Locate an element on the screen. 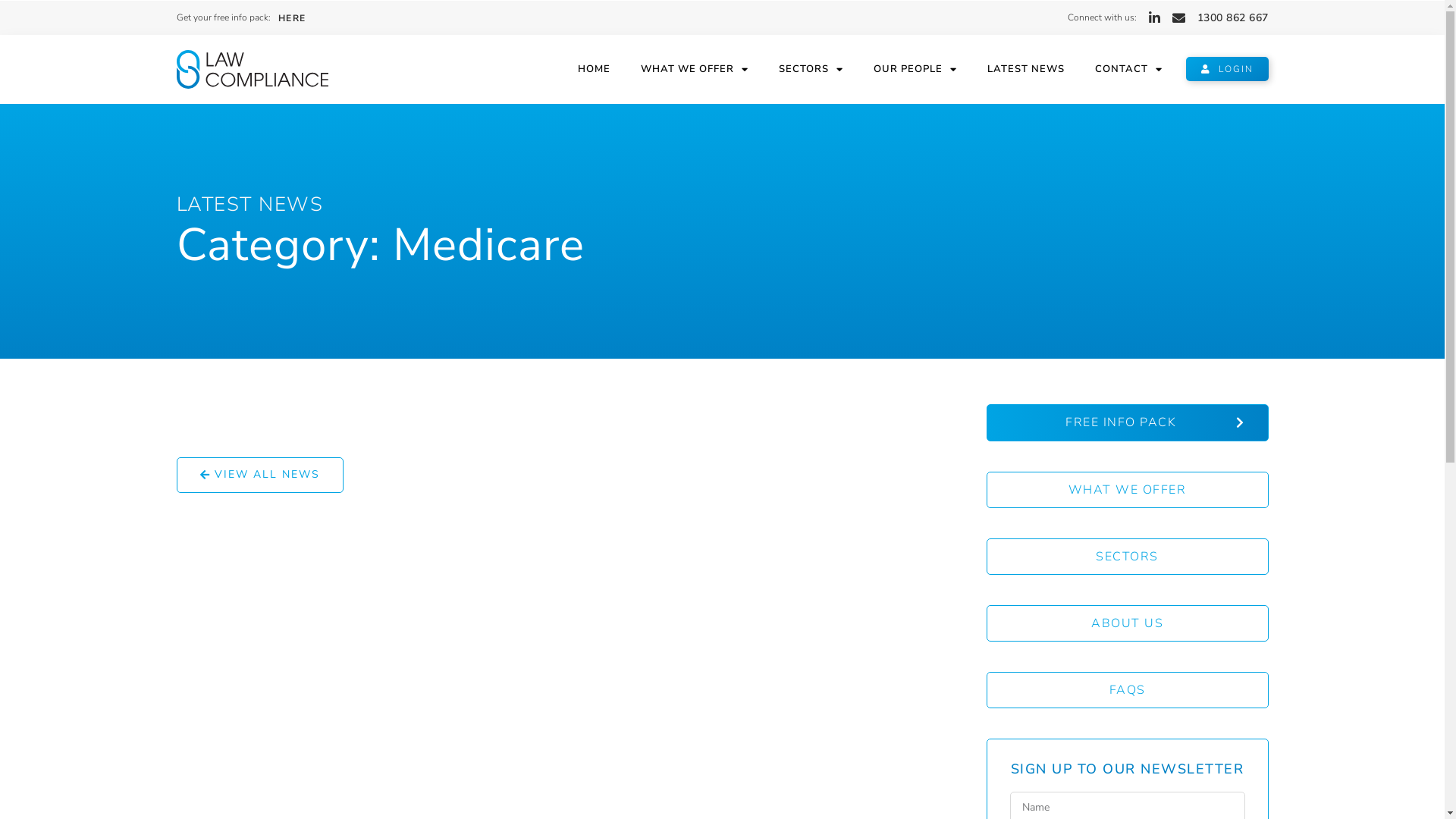 This screenshot has height=819, width=1456. 'HOME' is located at coordinates (593, 69).